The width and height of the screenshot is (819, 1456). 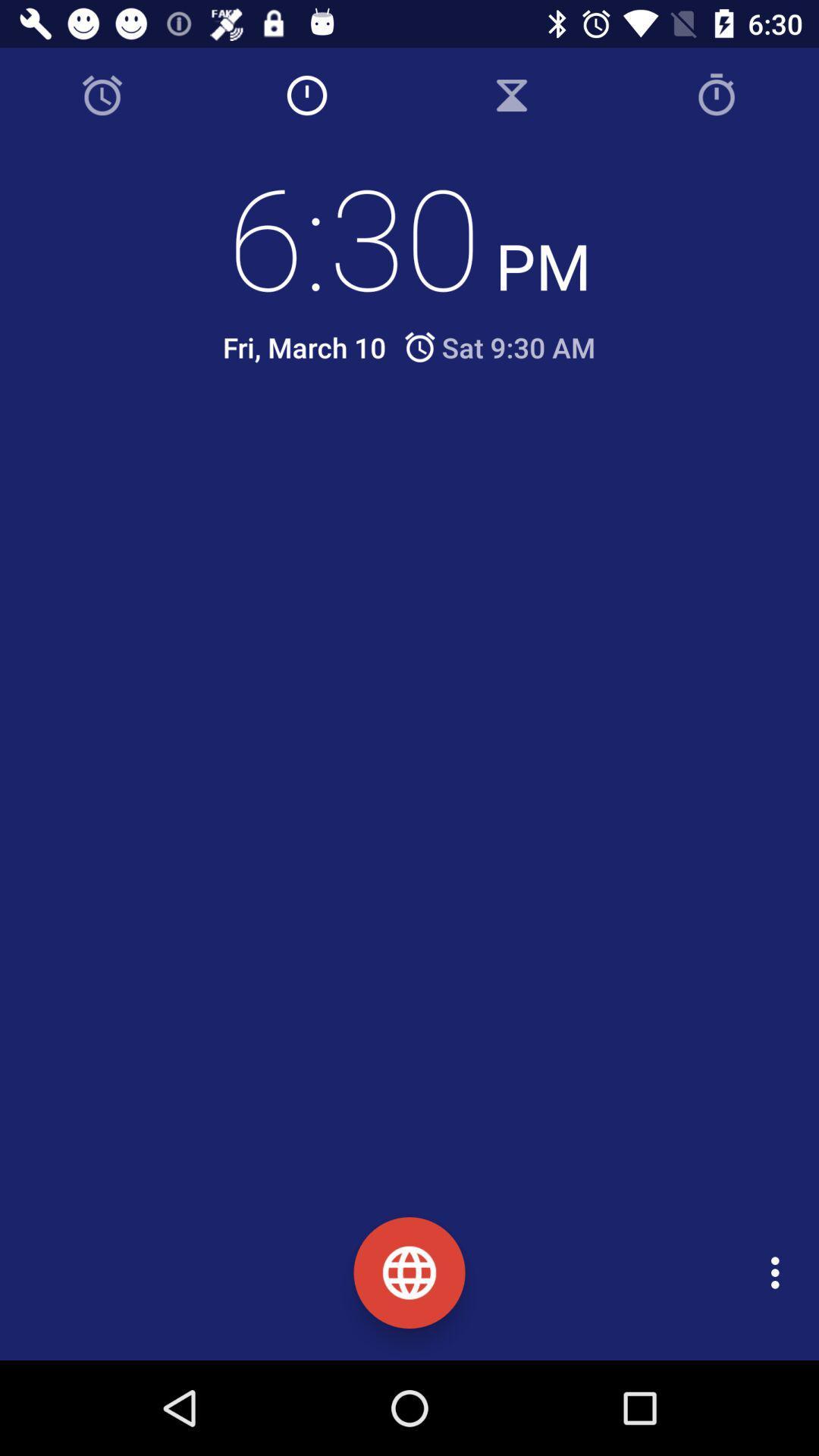 I want to click on the fri, march 10 item, so click(x=304, y=347).